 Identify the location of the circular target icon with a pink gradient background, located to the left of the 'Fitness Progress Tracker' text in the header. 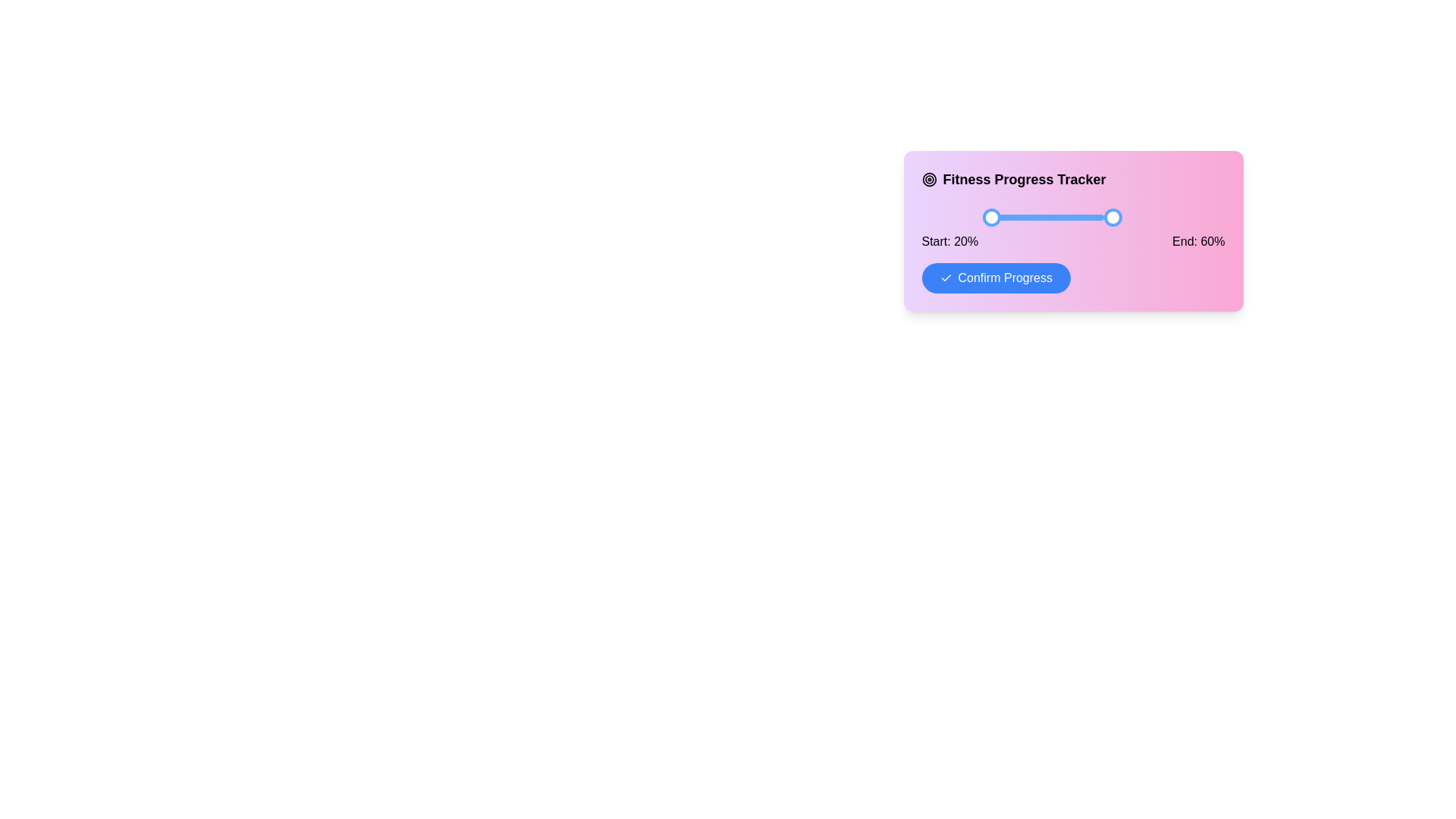
(928, 178).